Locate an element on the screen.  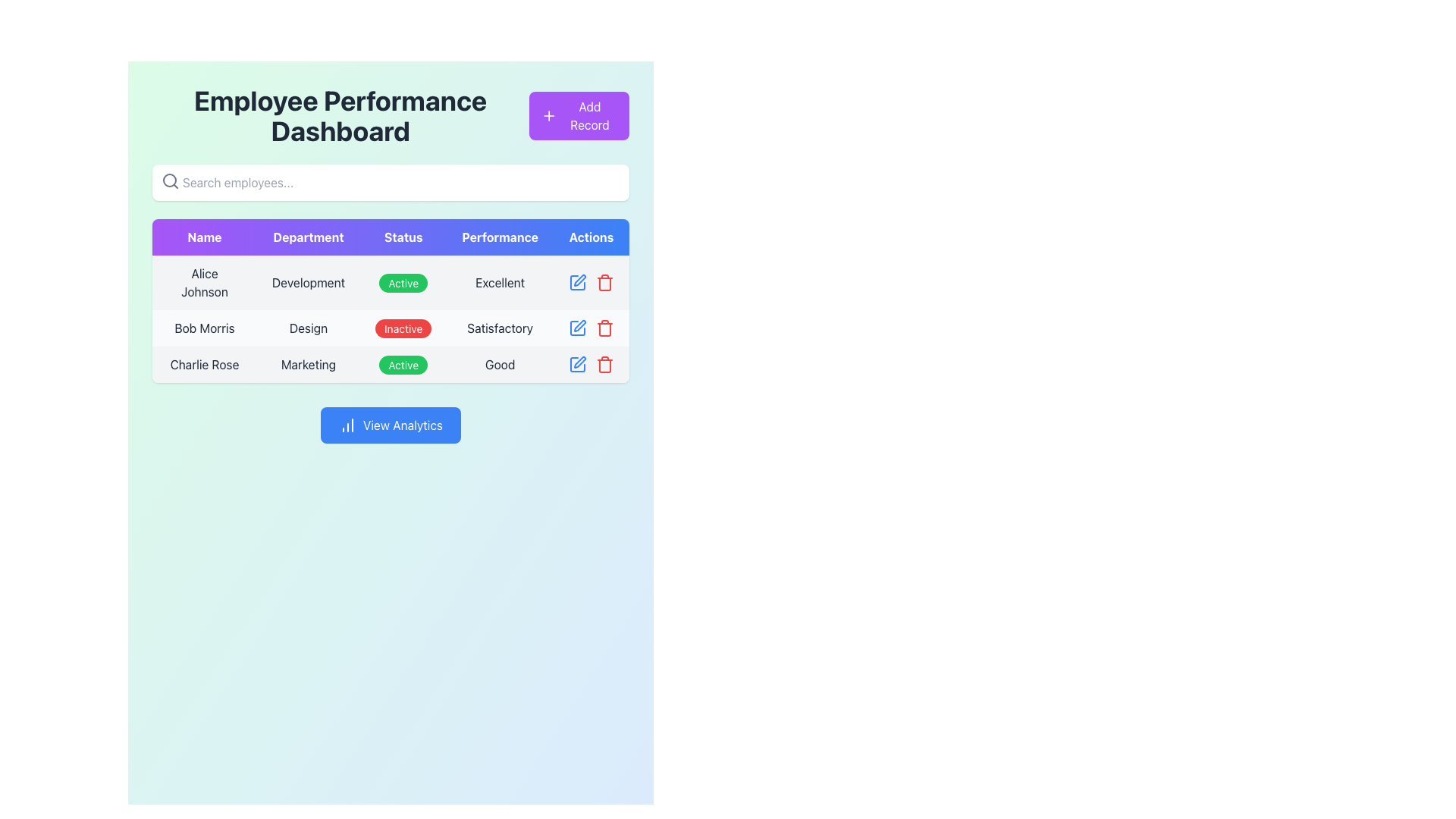
the second subcomponent of the SVG graphic representing the trash can icon for the delete action in the Actions column of the table, corresponding to the employee 'Bob Morris' is located at coordinates (604, 329).